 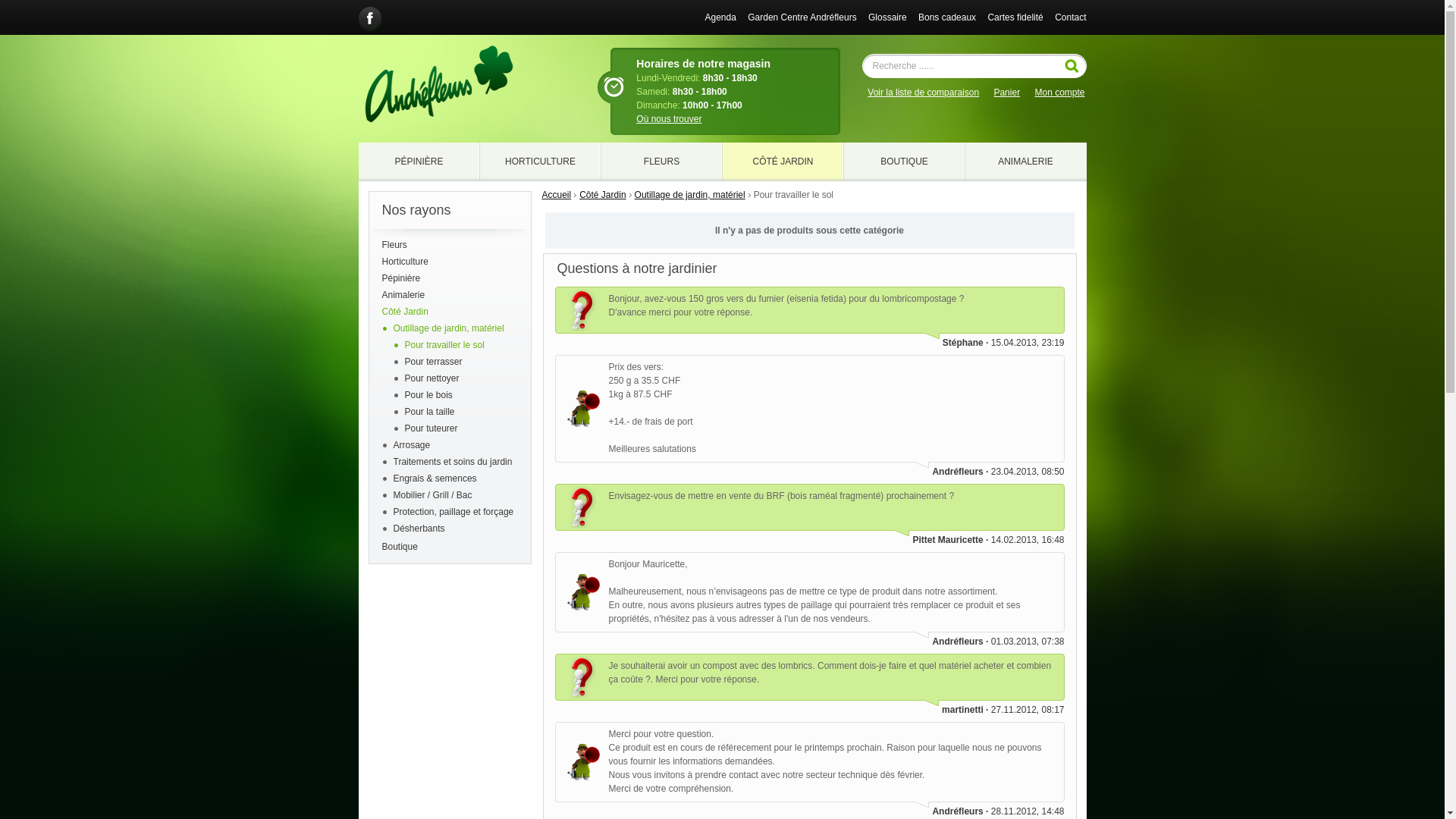 What do you see at coordinates (444, 345) in the screenshot?
I see `'Pour travailler le sol'` at bounding box center [444, 345].